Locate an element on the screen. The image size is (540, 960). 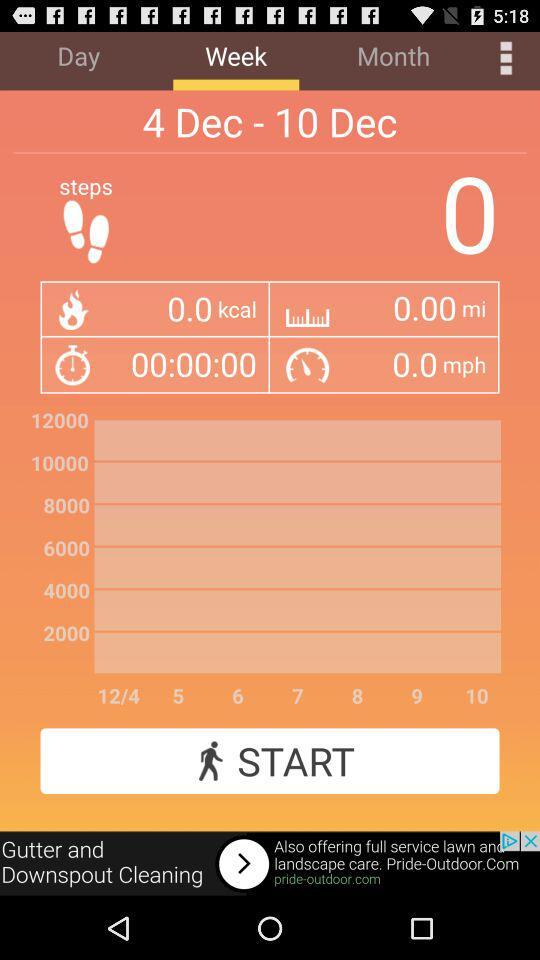
advertisement banner is located at coordinates (270, 863).